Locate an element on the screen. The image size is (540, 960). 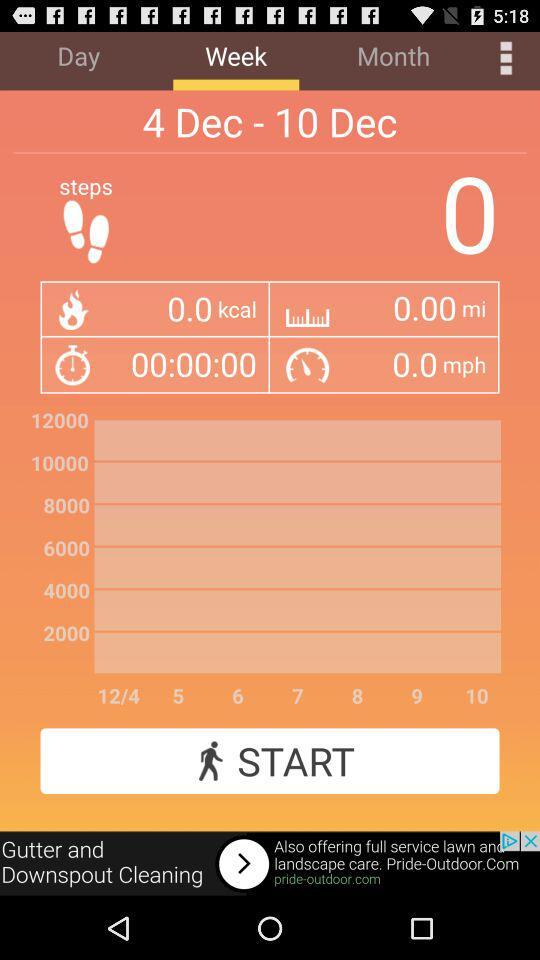
advertisement banner is located at coordinates (270, 863).